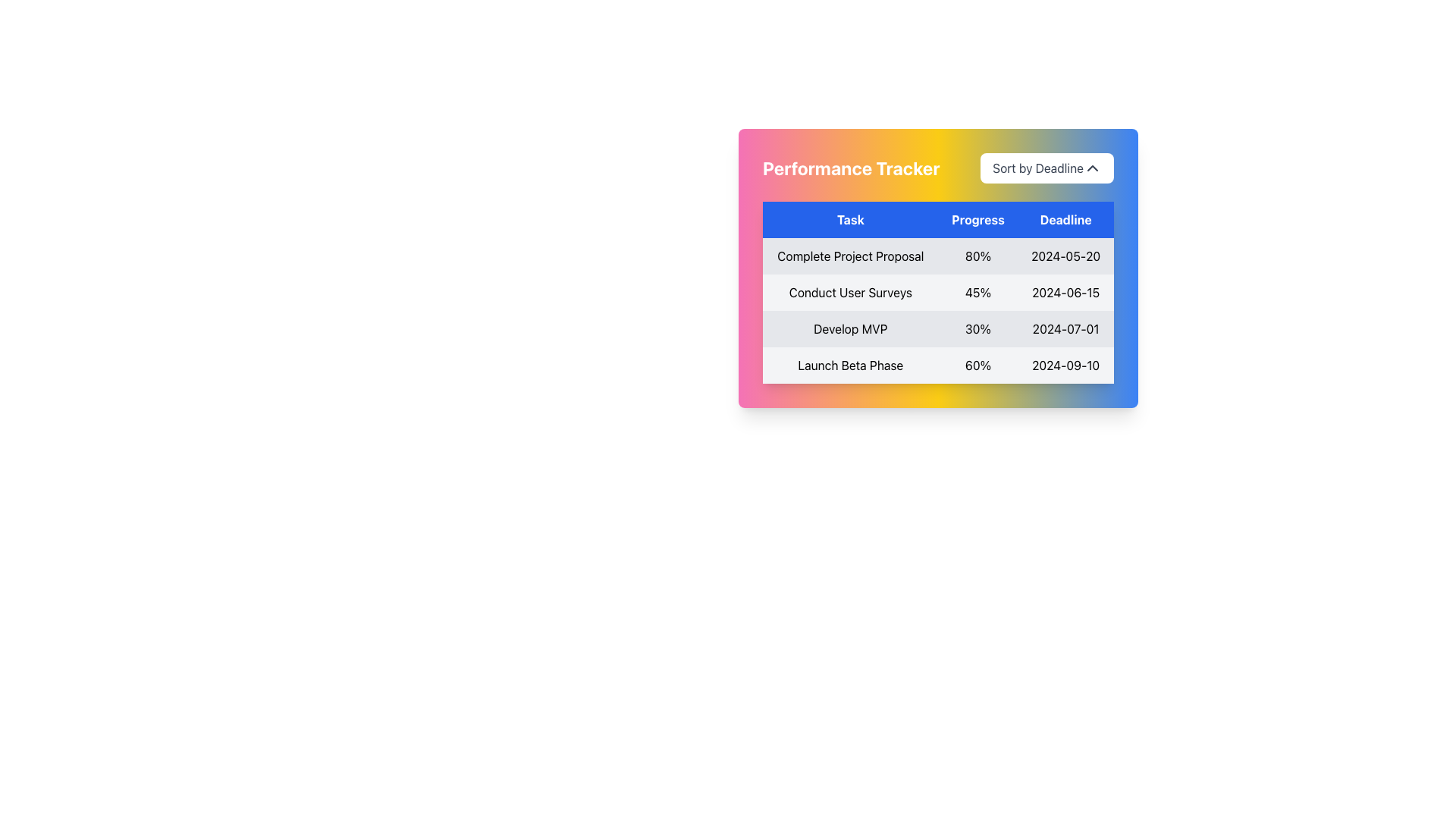 Image resolution: width=1456 pixels, height=819 pixels. I want to click on the chevron arrow icon within the 'Sort by Deadline' button, so click(1092, 168).